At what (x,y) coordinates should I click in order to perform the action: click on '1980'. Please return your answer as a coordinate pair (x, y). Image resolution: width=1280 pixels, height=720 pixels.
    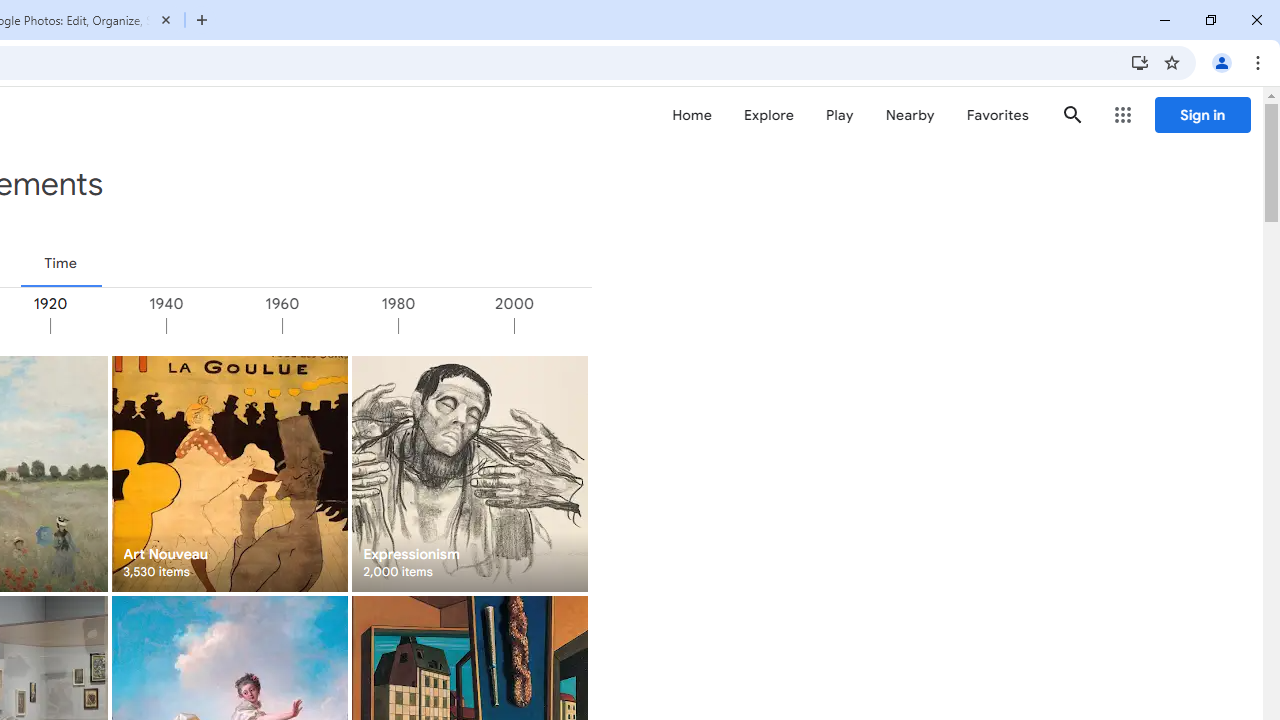
    Looking at the image, I should click on (454, 325).